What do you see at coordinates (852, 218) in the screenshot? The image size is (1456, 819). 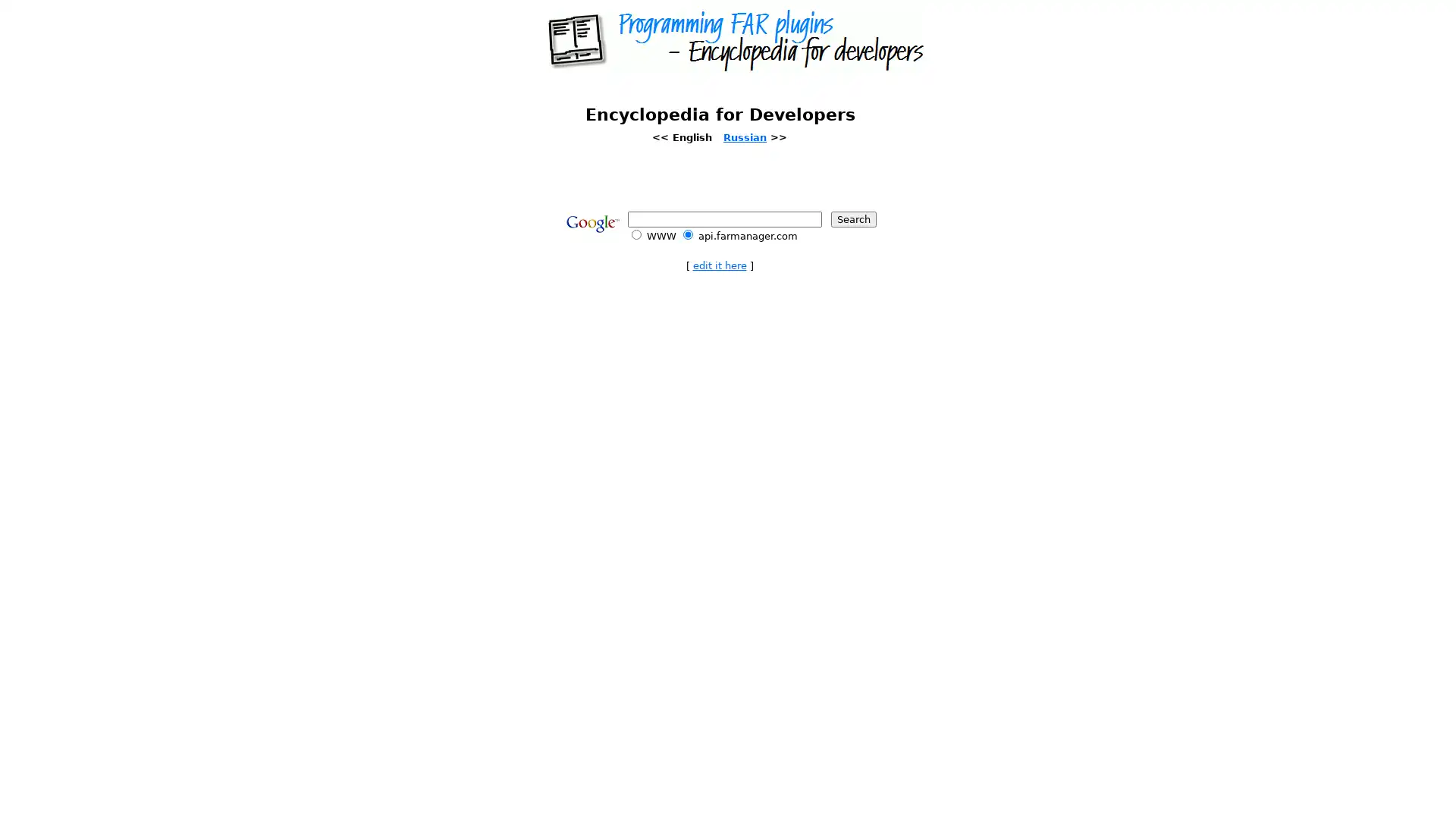 I see `Search` at bounding box center [852, 218].